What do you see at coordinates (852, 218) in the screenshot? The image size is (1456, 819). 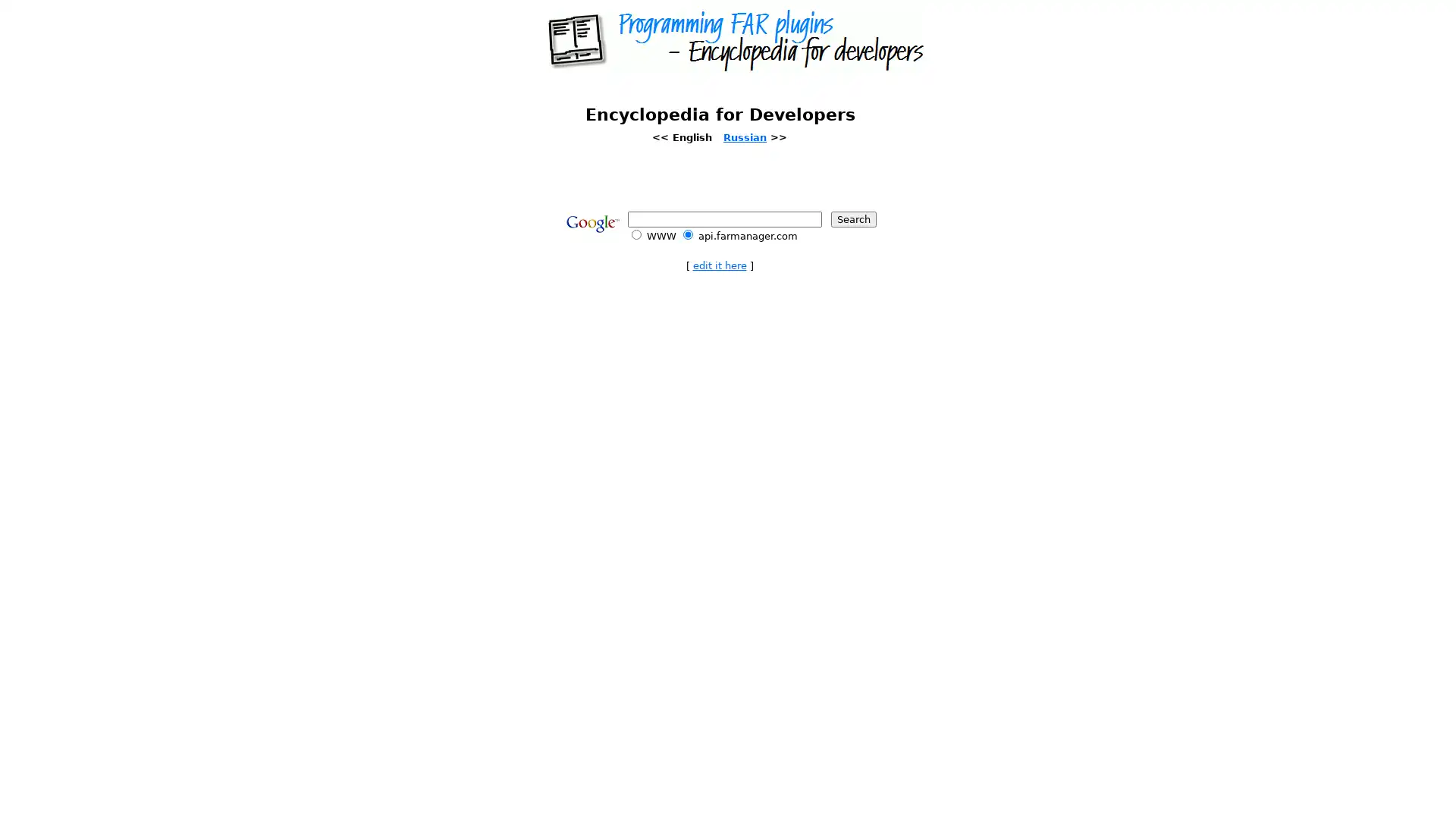 I see `Search` at bounding box center [852, 218].